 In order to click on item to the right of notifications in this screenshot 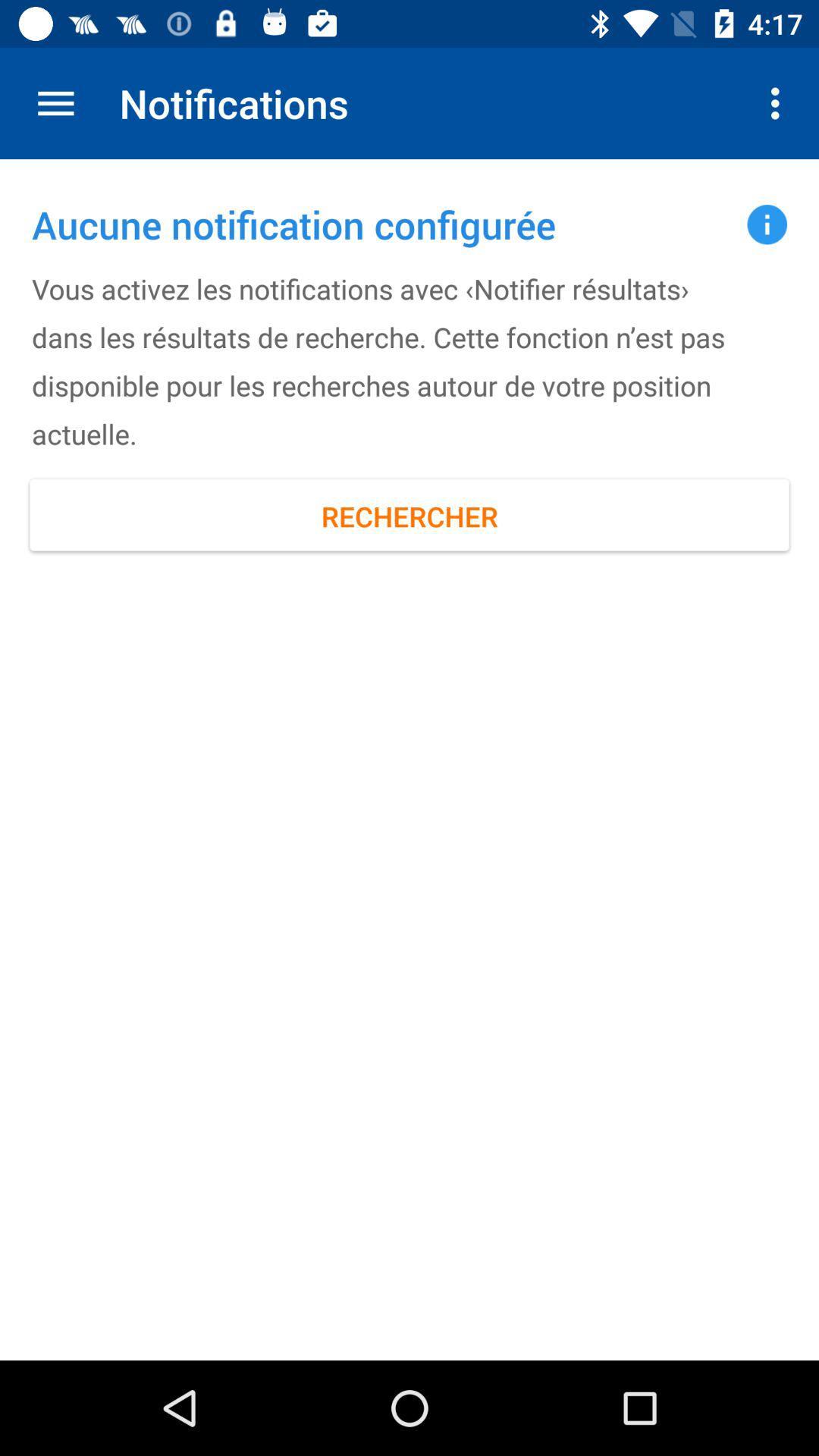, I will do `click(779, 102)`.